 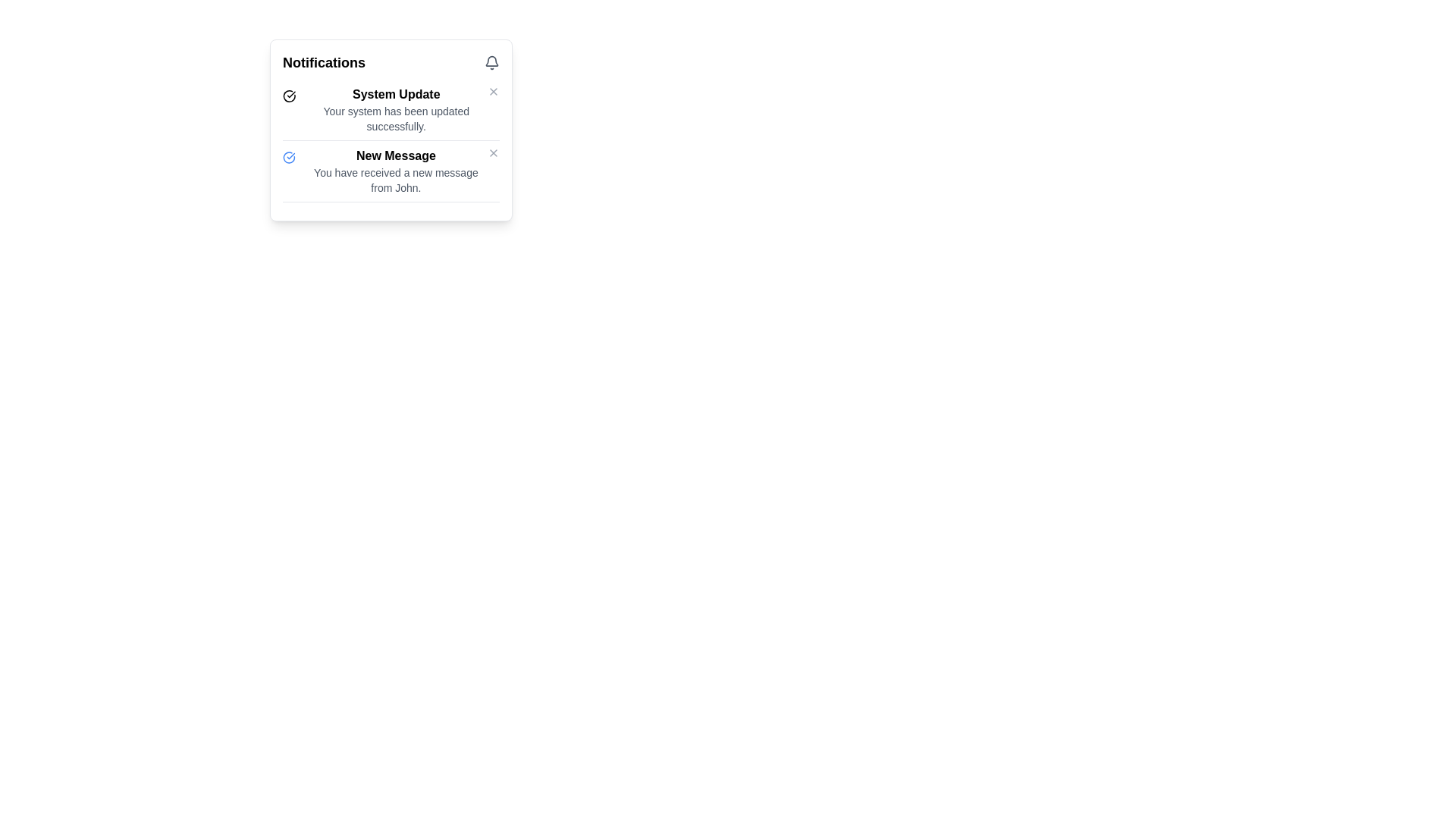 I want to click on the static text element that serves as the title for the notification, which summarizes the subject as 'System Update', so click(x=396, y=94).